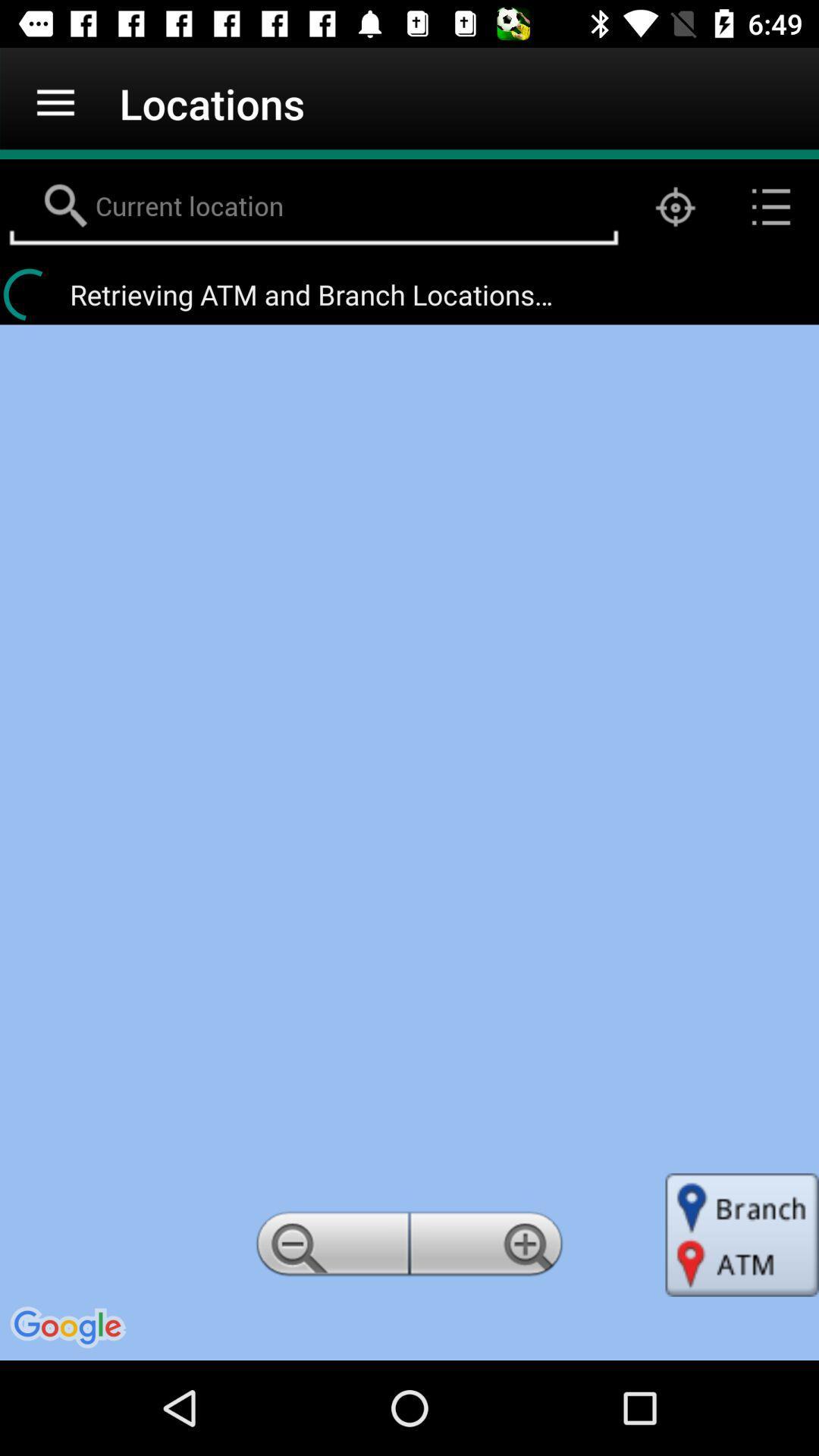  I want to click on icon below retrieving atm and item, so click(488, 1248).